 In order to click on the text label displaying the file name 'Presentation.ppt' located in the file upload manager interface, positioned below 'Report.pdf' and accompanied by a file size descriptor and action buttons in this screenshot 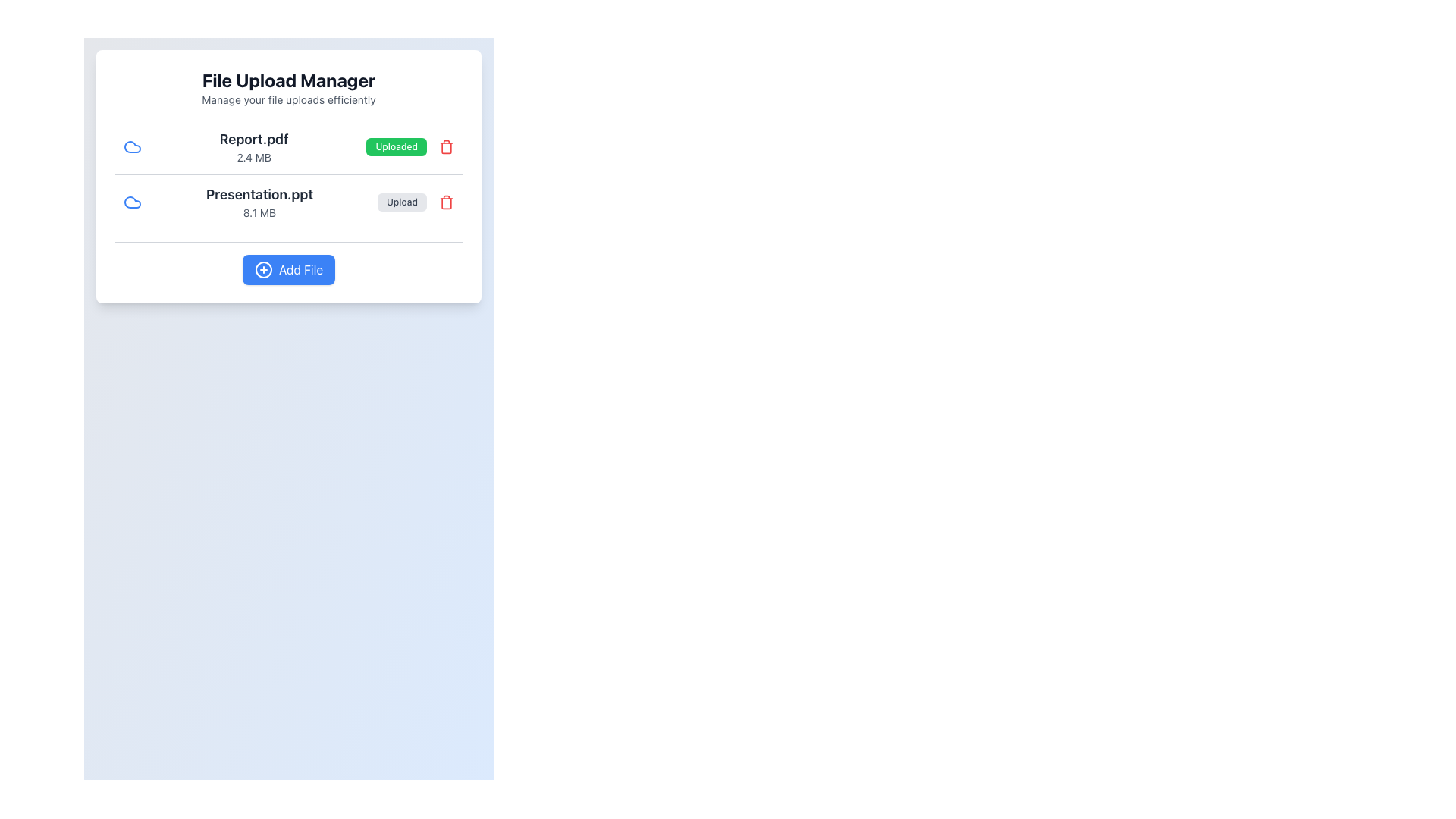, I will do `click(259, 194)`.